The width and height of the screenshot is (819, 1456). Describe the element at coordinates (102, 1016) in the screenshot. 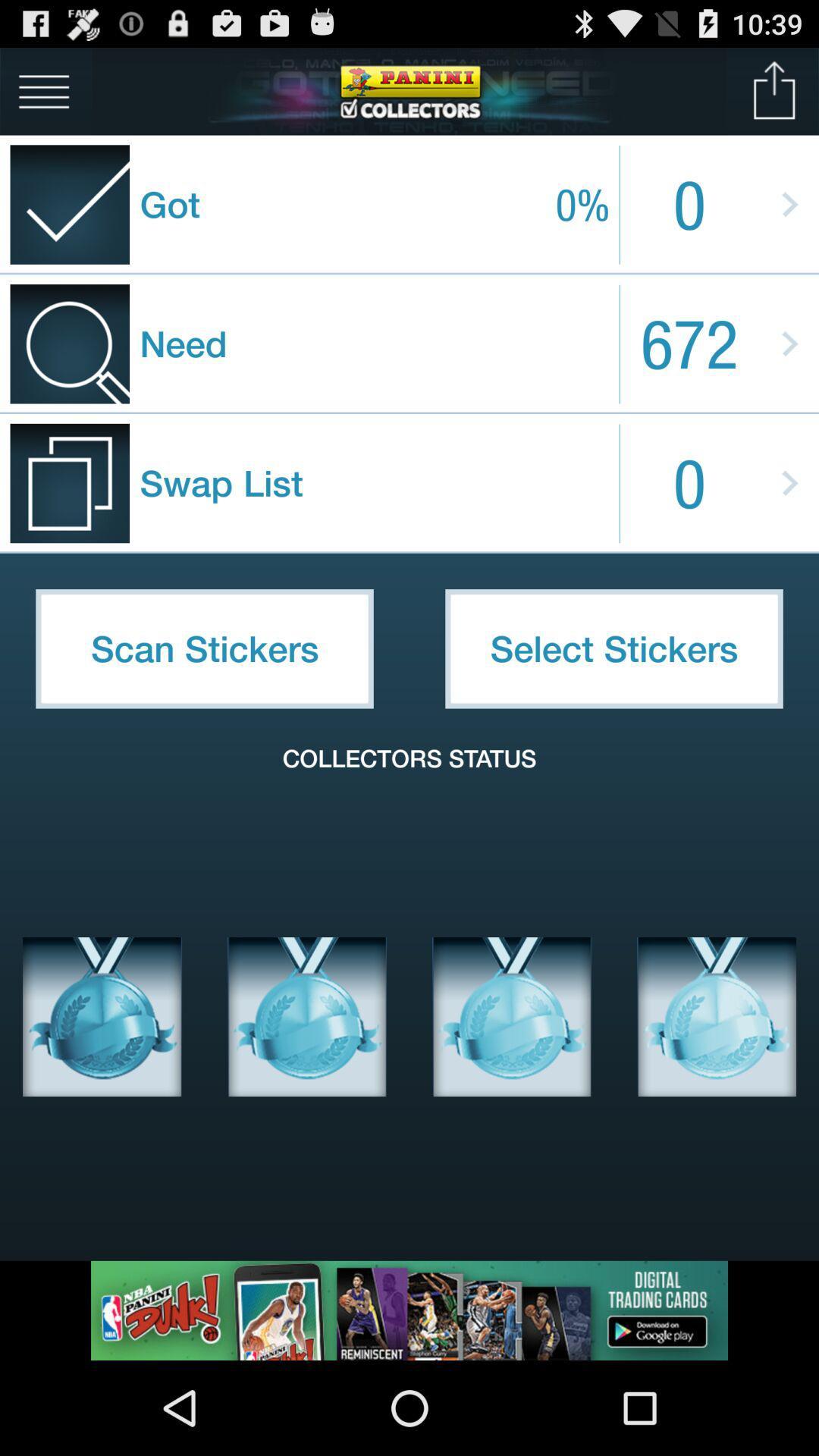

I see `sticker` at that location.